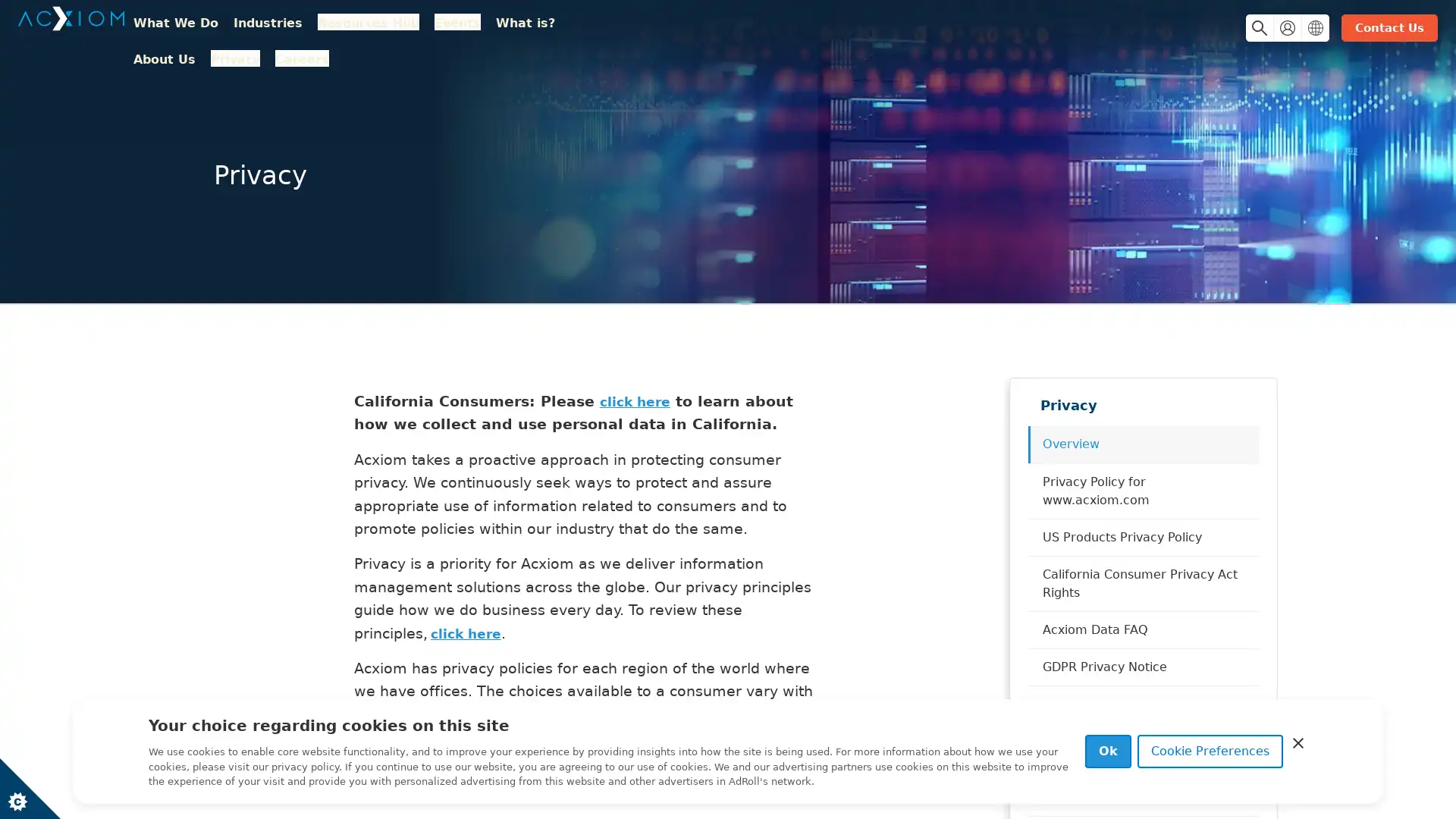 The width and height of the screenshot is (1456, 819). Describe the element at coordinates (1108, 752) in the screenshot. I see `Ok` at that location.